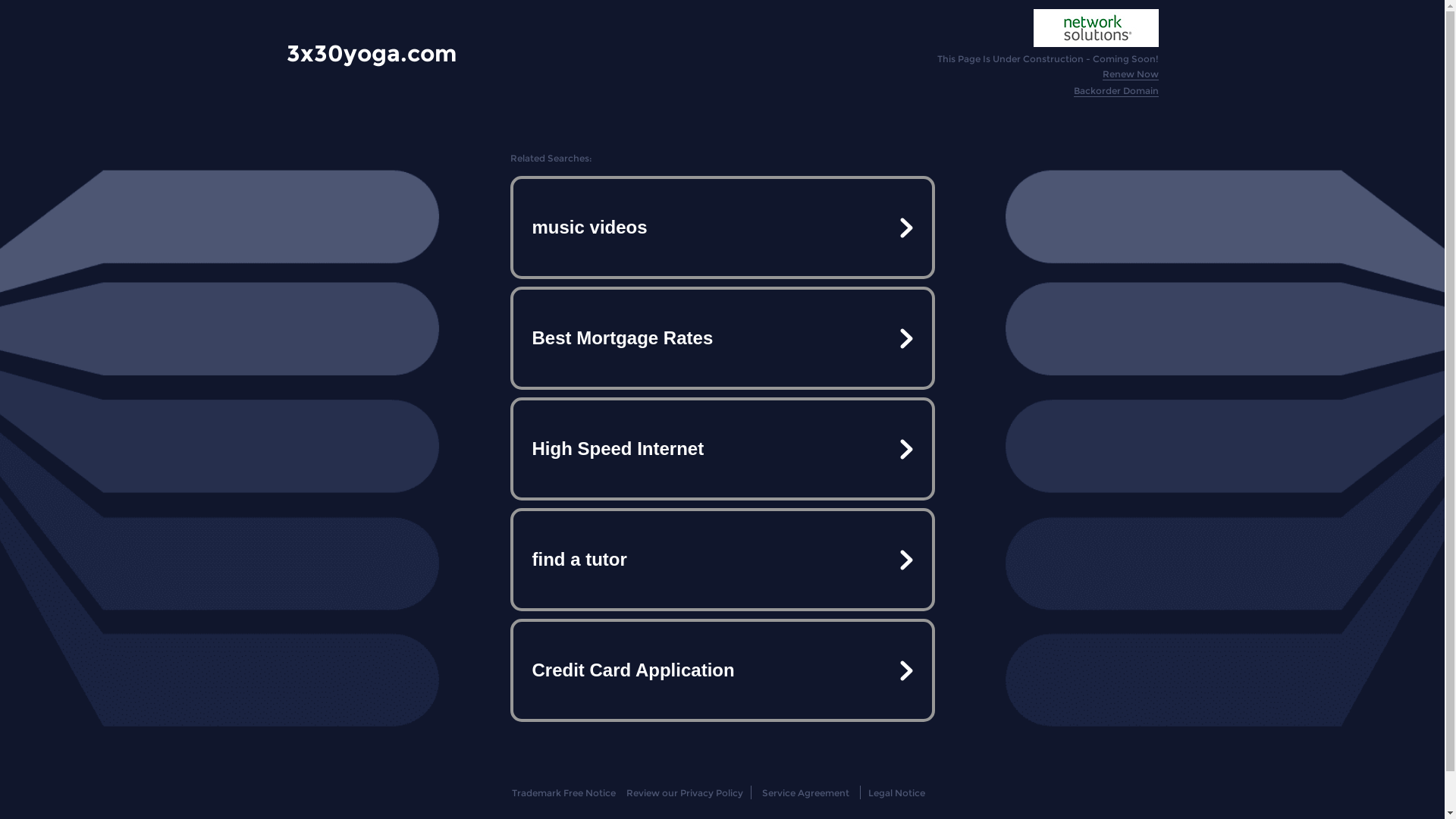 This screenshot has height=819, width=1456. Describe the element at coordinates (720, 227) in the screenshot. I see `'music videos'` at that location.